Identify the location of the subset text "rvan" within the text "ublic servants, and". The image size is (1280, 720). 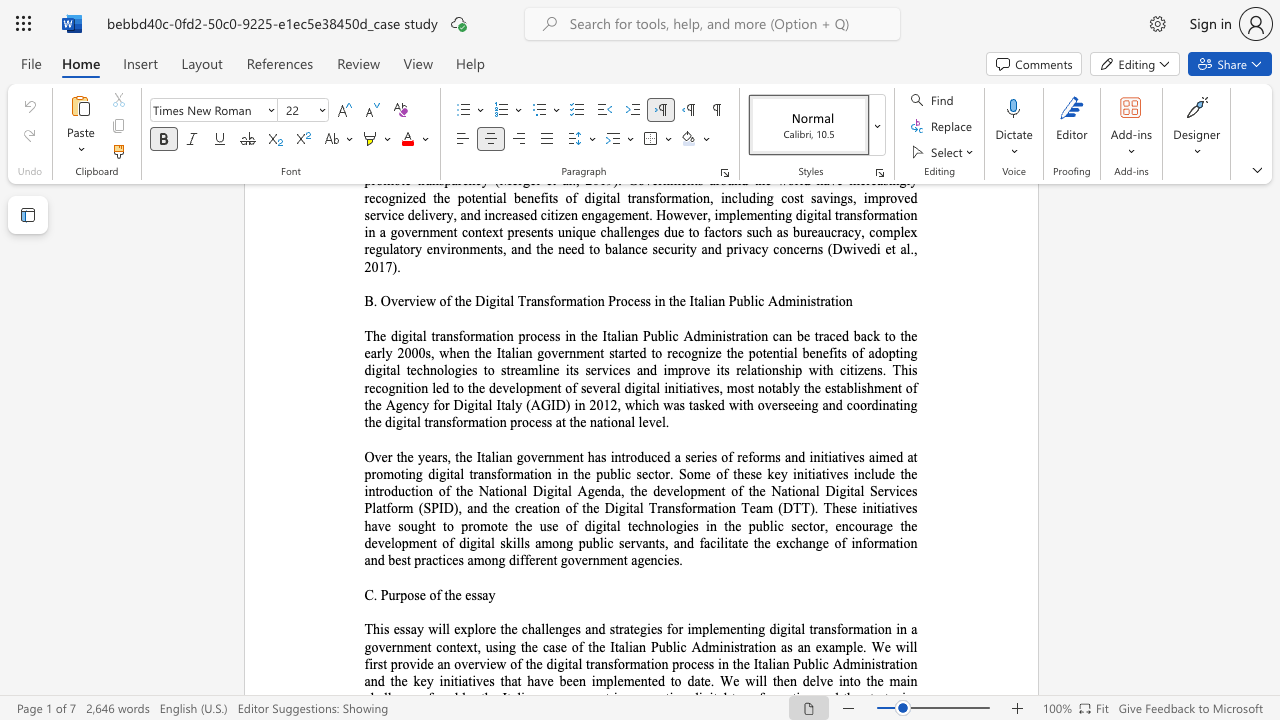
(629, 543).